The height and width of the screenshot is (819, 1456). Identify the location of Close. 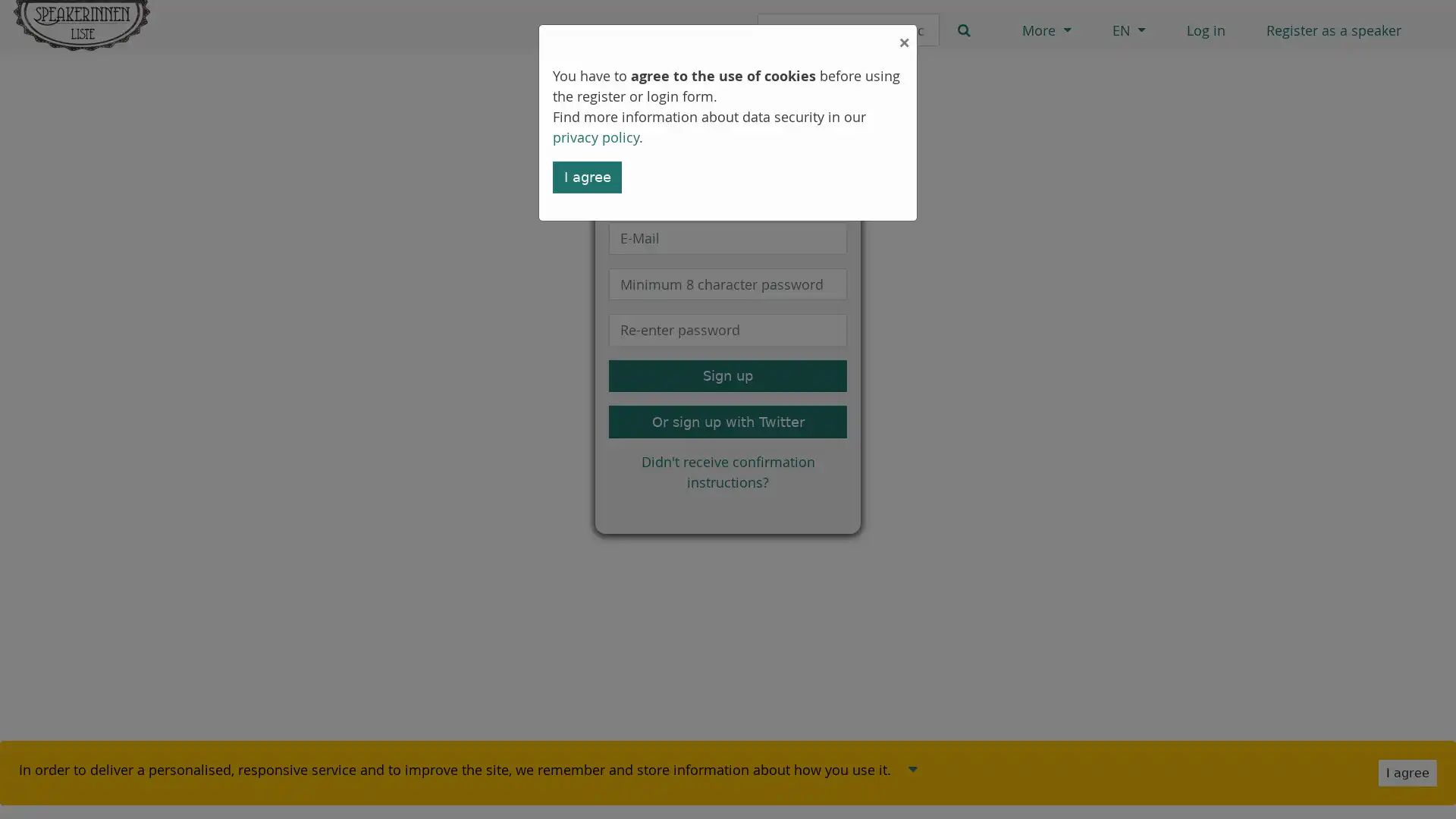
(728, 37).